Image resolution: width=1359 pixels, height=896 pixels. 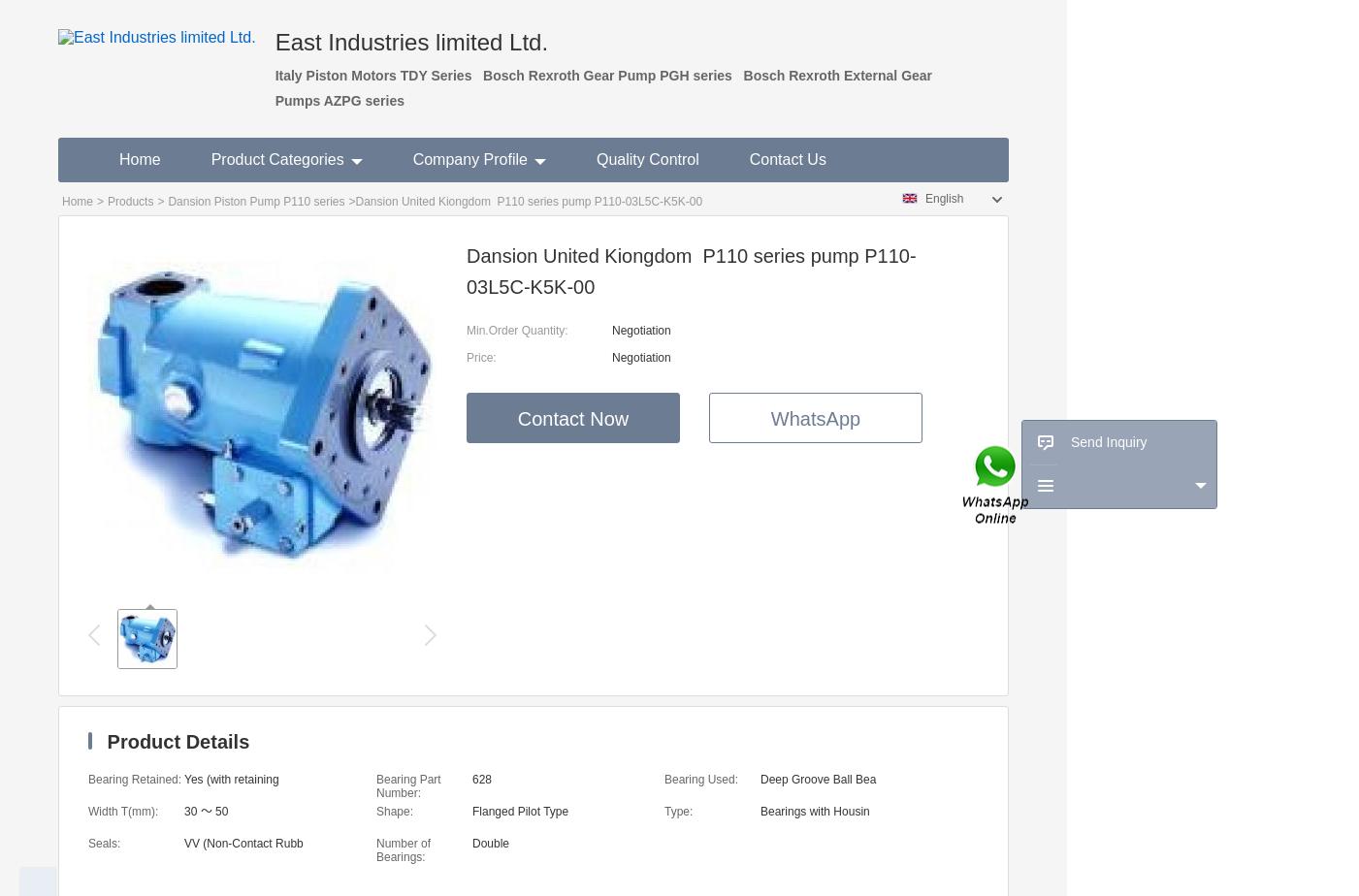 What do you see at coordinates (815, 418) in the screenshot?
I see `'WhatsApp'` at bounding box center [815, 418].